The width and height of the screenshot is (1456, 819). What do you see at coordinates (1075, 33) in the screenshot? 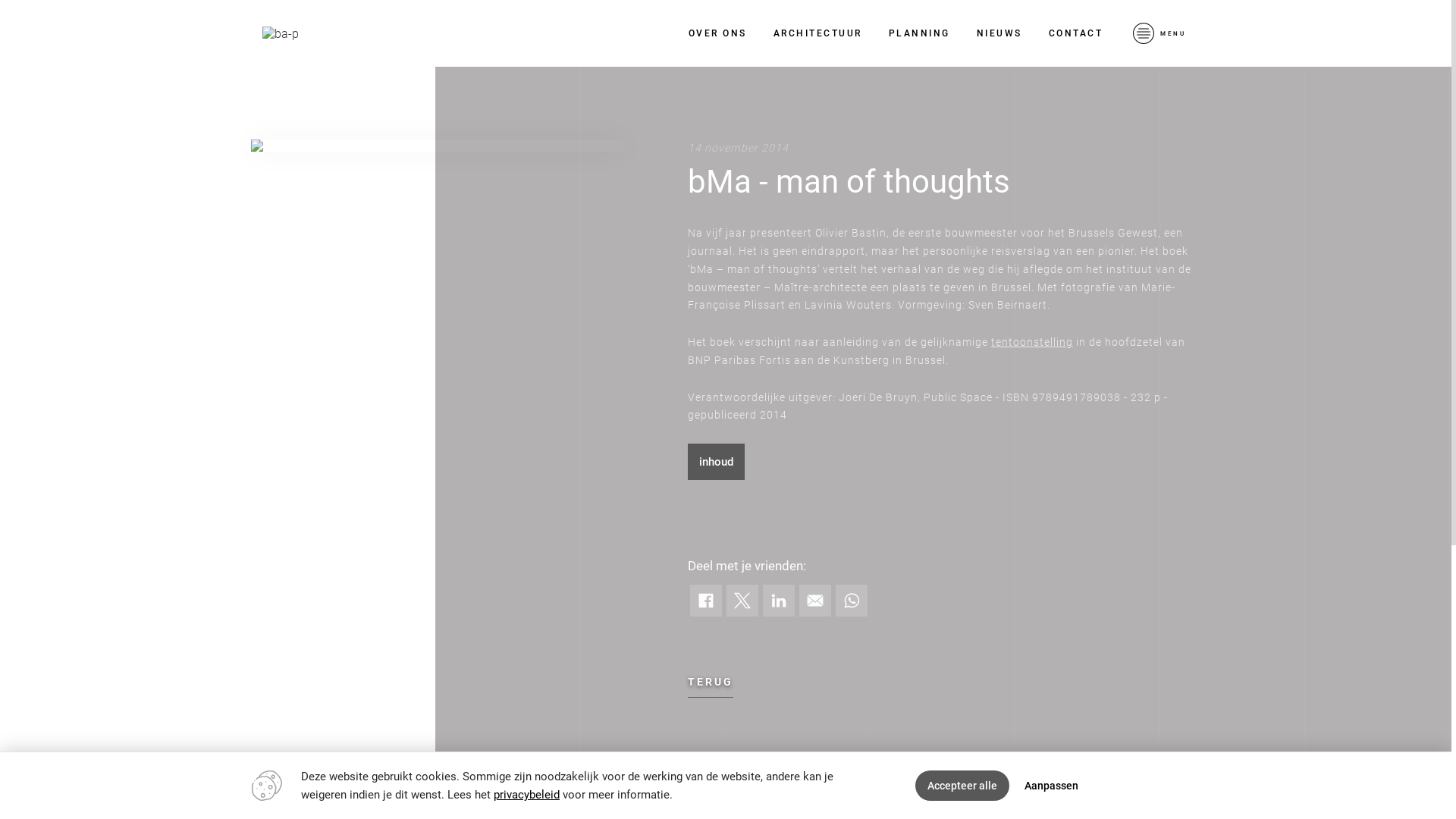
I see `'CONTACT'` at bounding box center [1075, 33].